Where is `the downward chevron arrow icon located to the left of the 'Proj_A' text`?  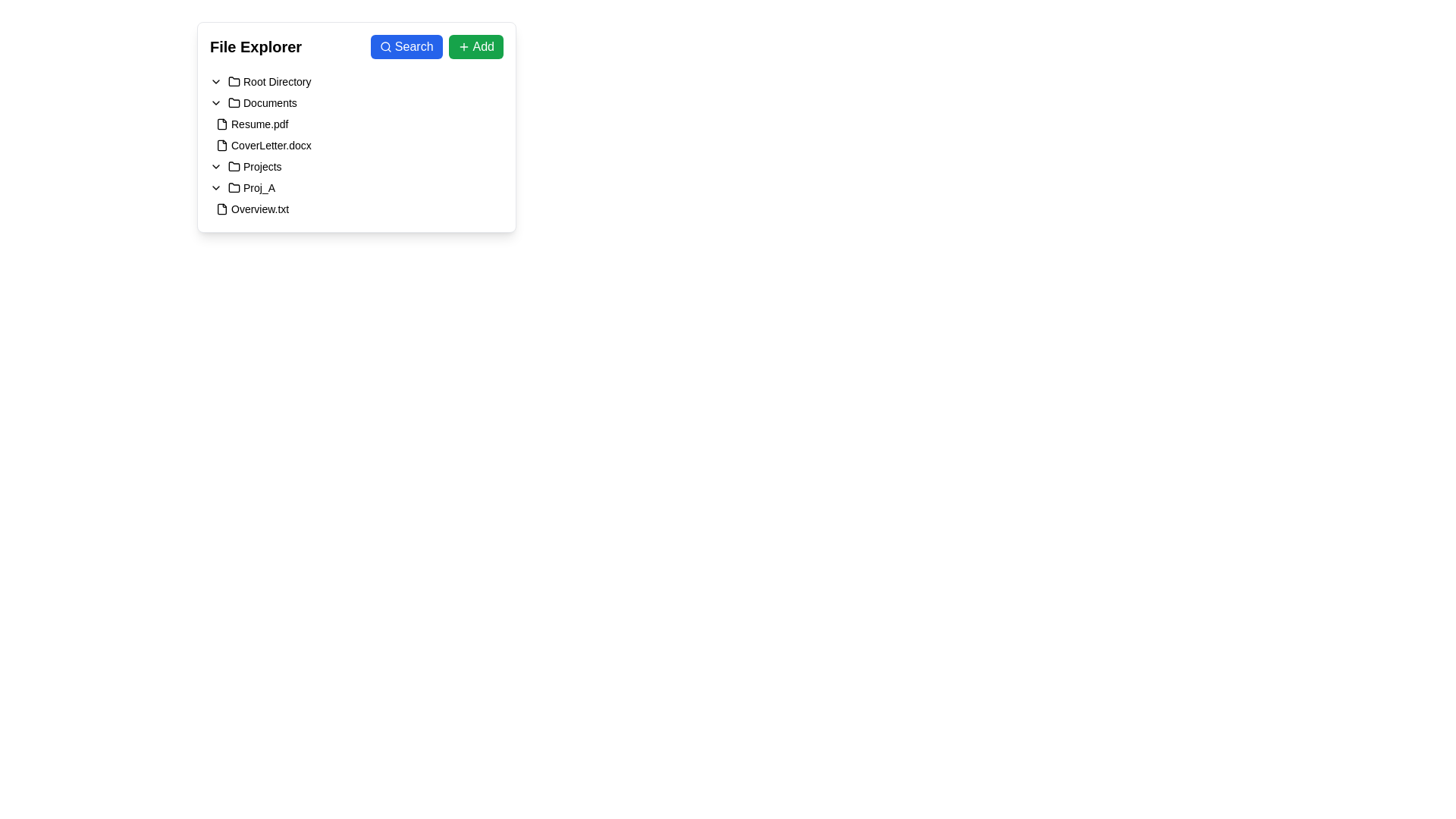 the downward chevron arrow icon located to the left of the 'Proj_A' text is located at coordinates (215, 187).